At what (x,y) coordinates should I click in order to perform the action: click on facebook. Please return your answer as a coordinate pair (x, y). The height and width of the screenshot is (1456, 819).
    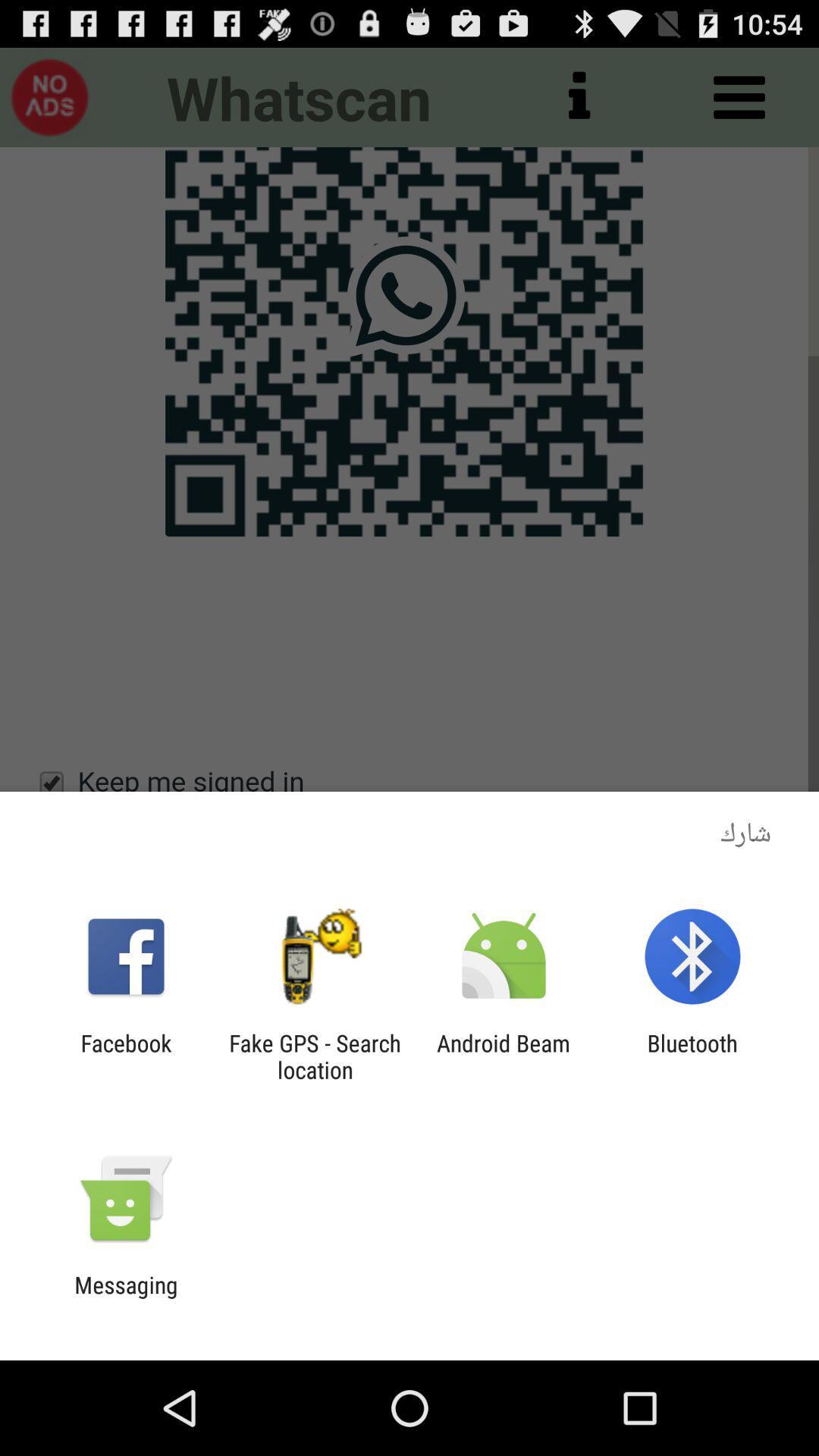
    Looking at the image, I should click on (125, 1056).